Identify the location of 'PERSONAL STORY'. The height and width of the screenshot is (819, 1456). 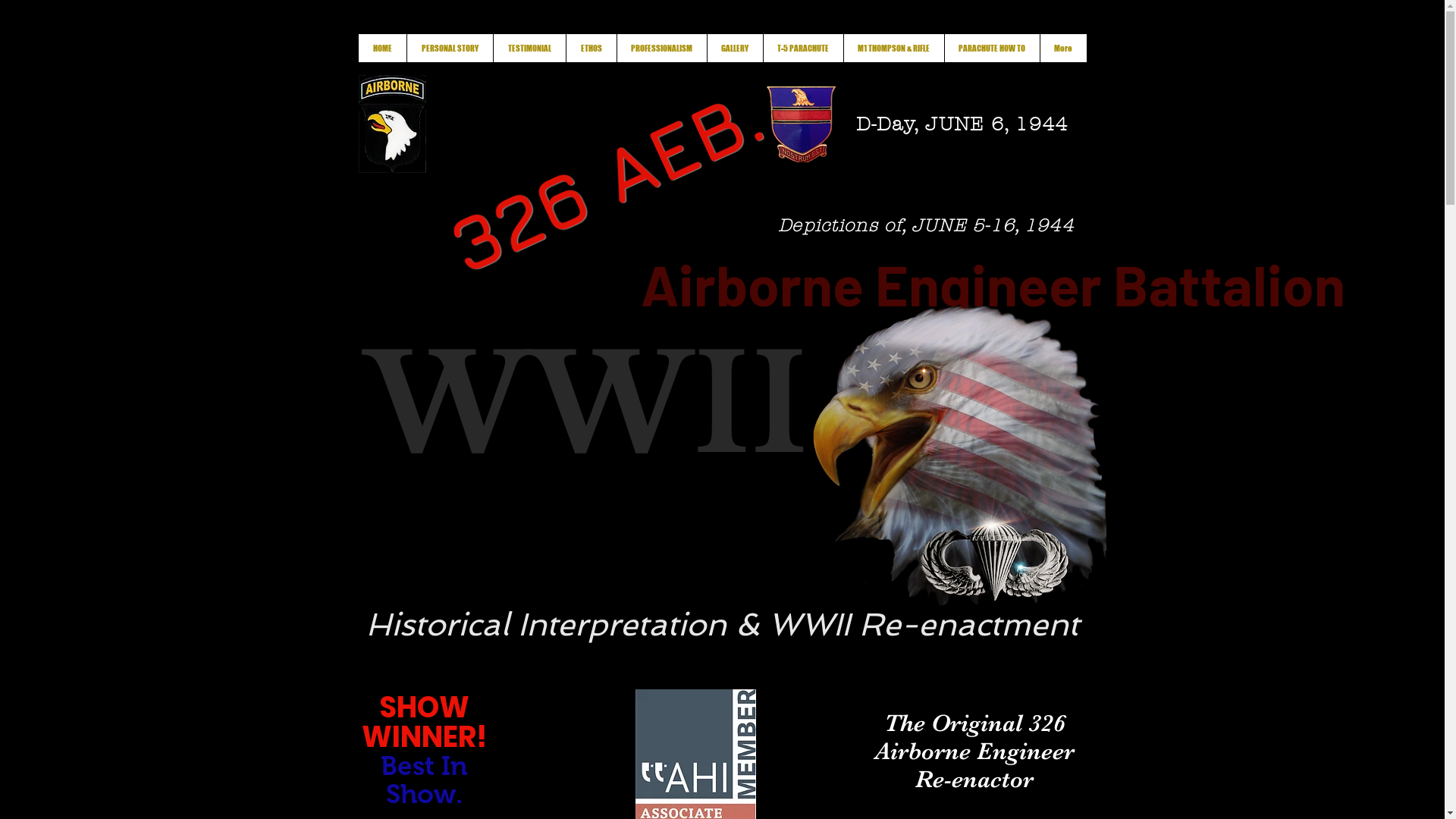
(449, 47).